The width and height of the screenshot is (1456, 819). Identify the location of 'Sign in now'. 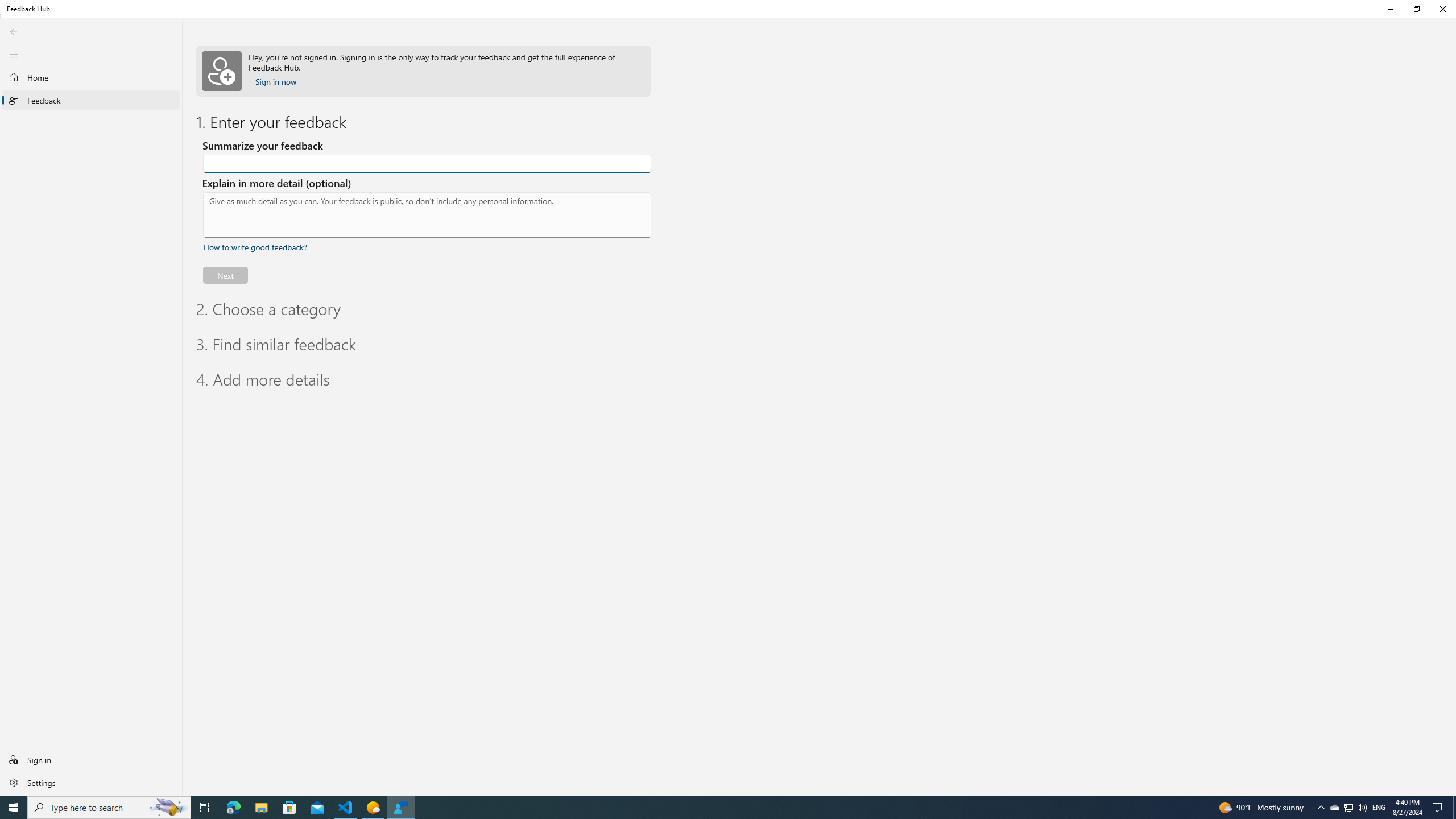
(276, 81).